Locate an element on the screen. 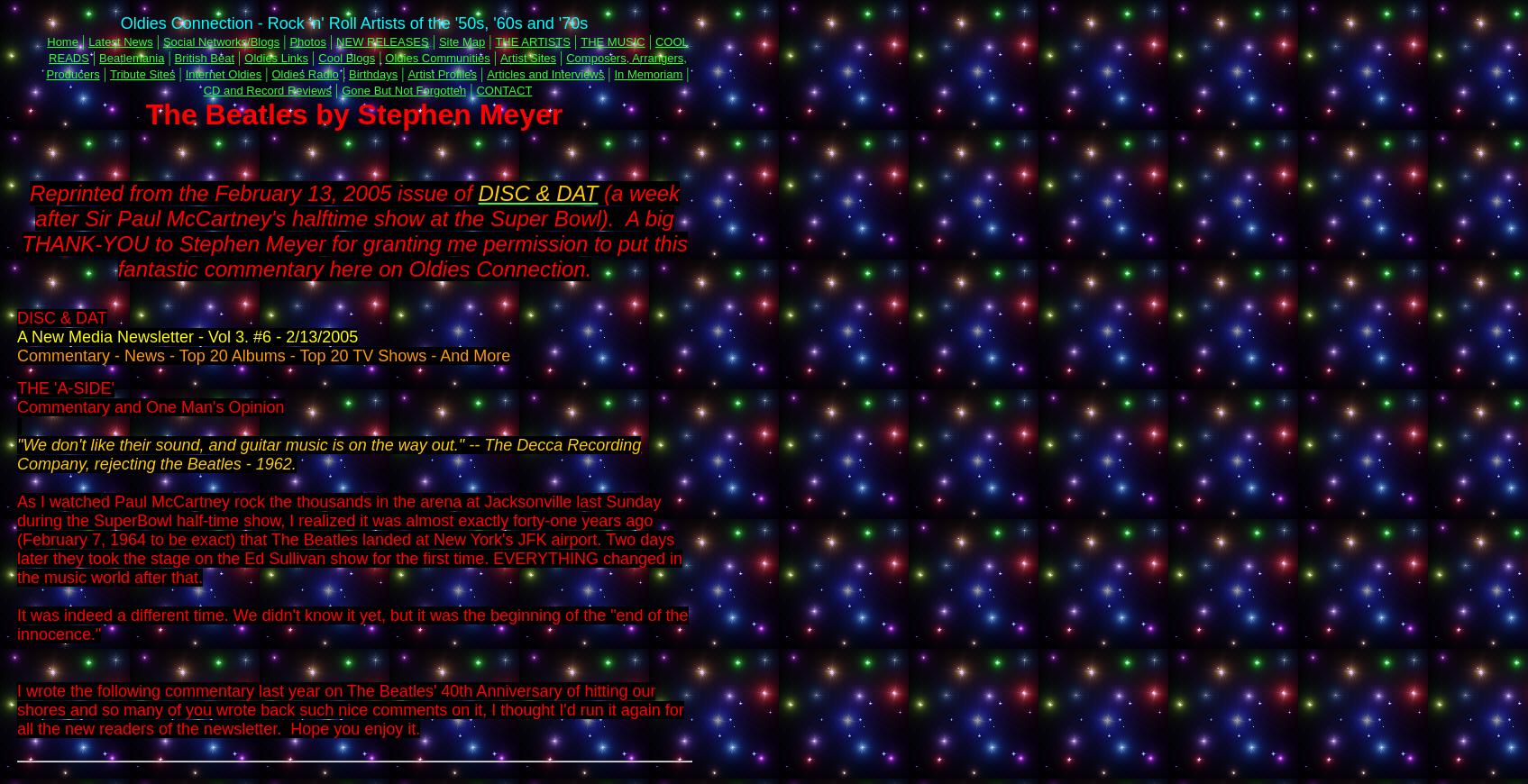 The height and width of the screenshot is (784, 1528). 'Latest News' is located at coordinates (120, 41).